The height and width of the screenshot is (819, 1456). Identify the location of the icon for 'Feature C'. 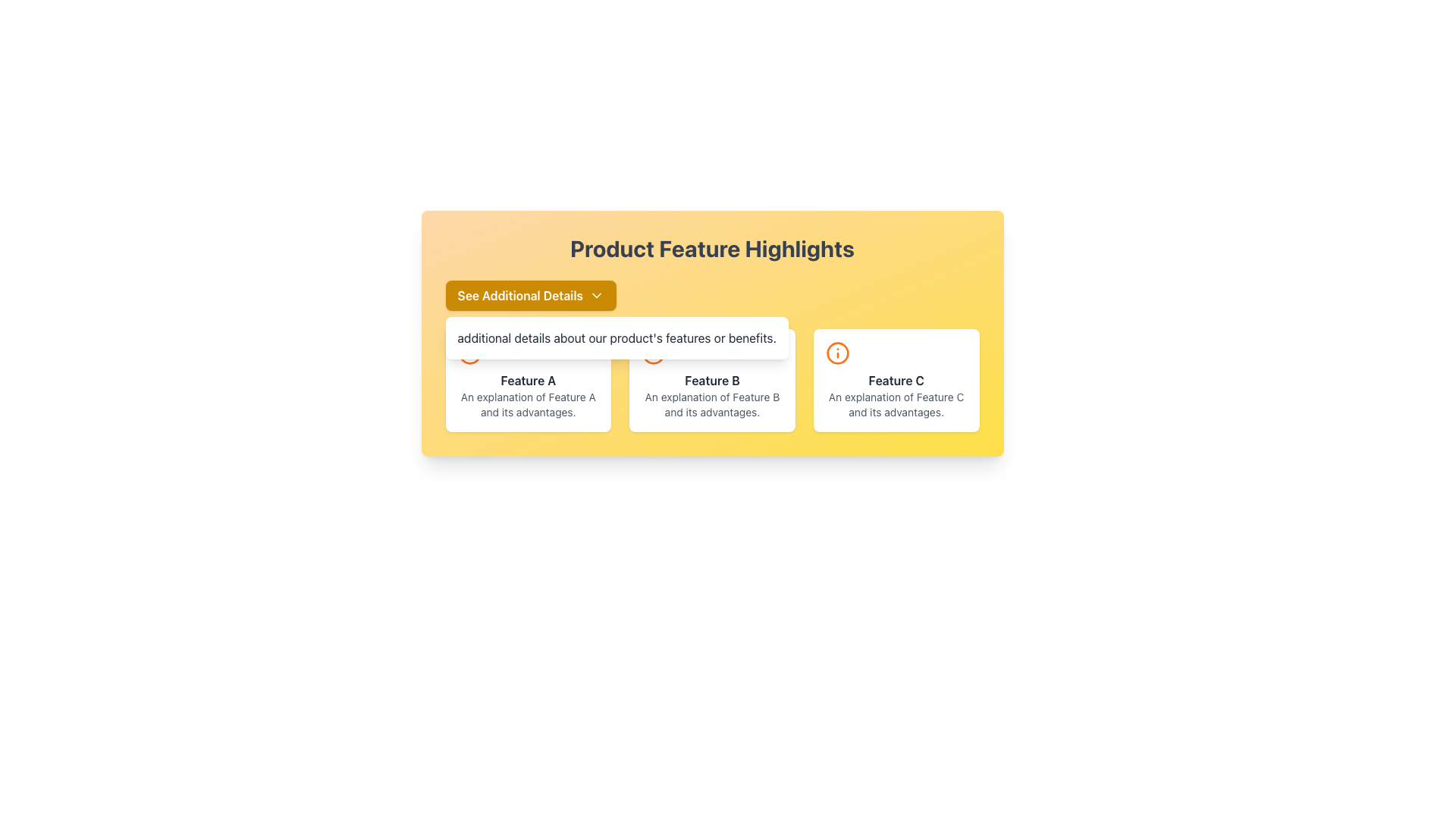
(836, 353).